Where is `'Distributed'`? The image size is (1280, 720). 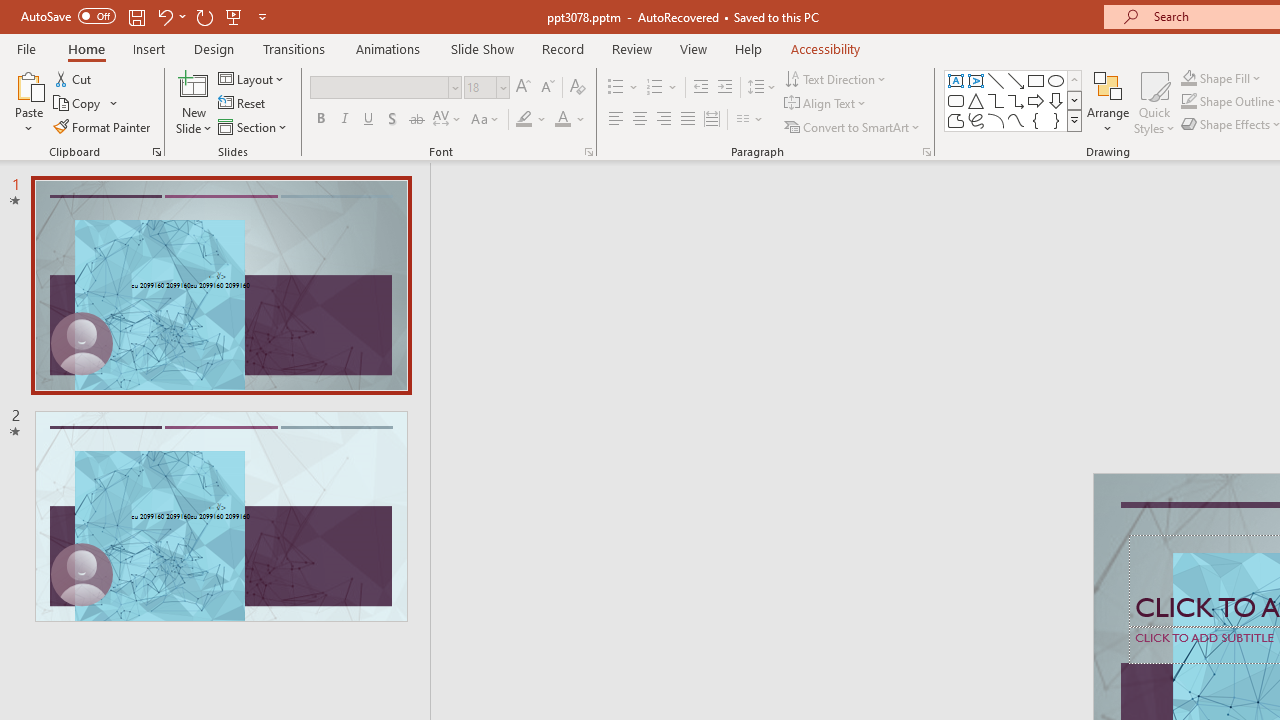 'Distributed' is located at coordinates (712, 119).